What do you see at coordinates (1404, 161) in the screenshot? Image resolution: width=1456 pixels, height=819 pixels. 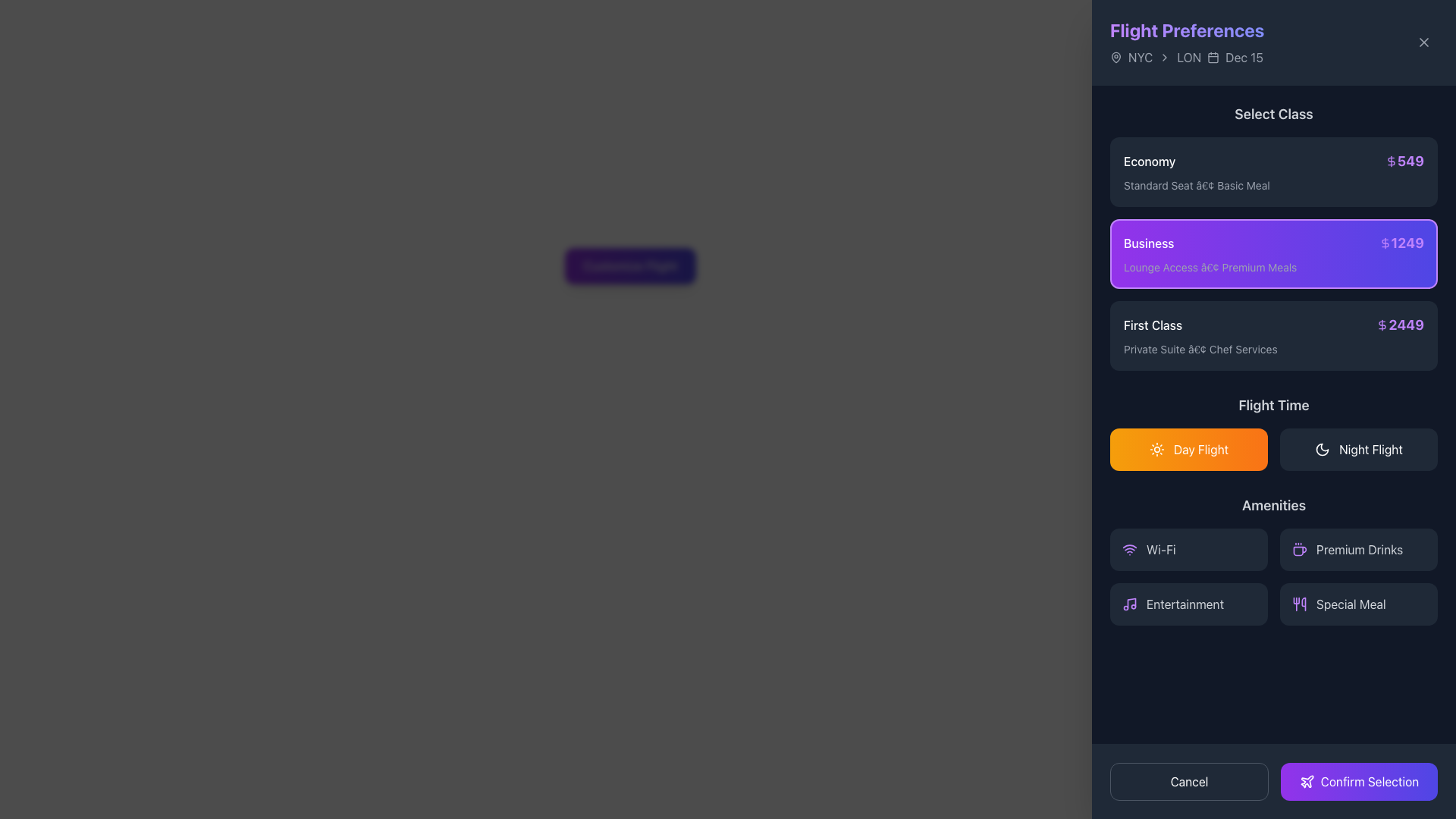 I see `the numerical text '549' styled in bold, purple font located in the 'Economy' section of the flight selection interface, adjacent to the dollar sign icon` at bounding box center [1404, 161].